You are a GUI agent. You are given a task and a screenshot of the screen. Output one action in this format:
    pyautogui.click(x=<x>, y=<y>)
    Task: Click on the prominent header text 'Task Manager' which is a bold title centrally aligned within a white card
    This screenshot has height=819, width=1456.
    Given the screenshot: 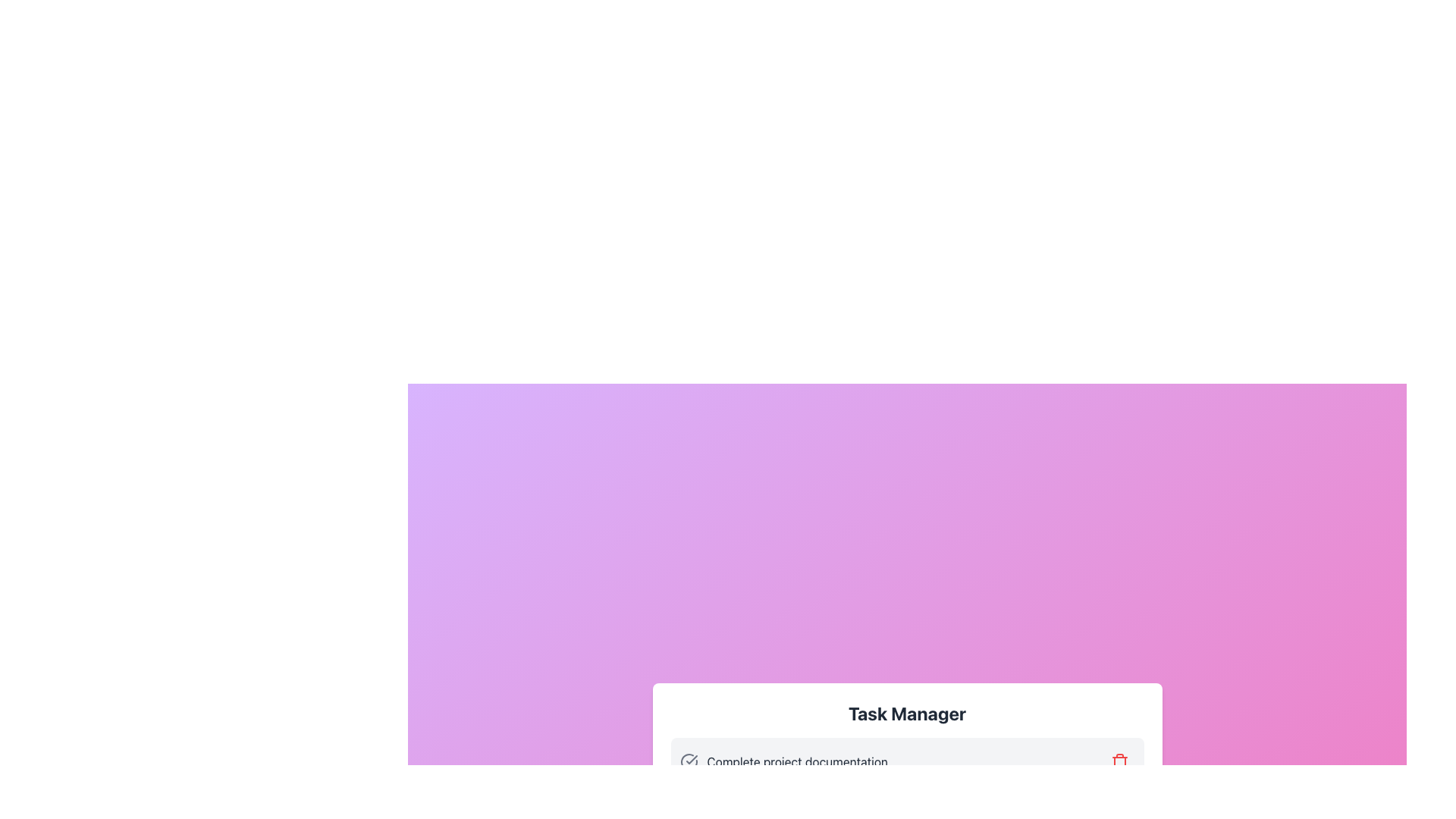 What is the action you would take?
    pyautogui.click(x=907, y=714)
    